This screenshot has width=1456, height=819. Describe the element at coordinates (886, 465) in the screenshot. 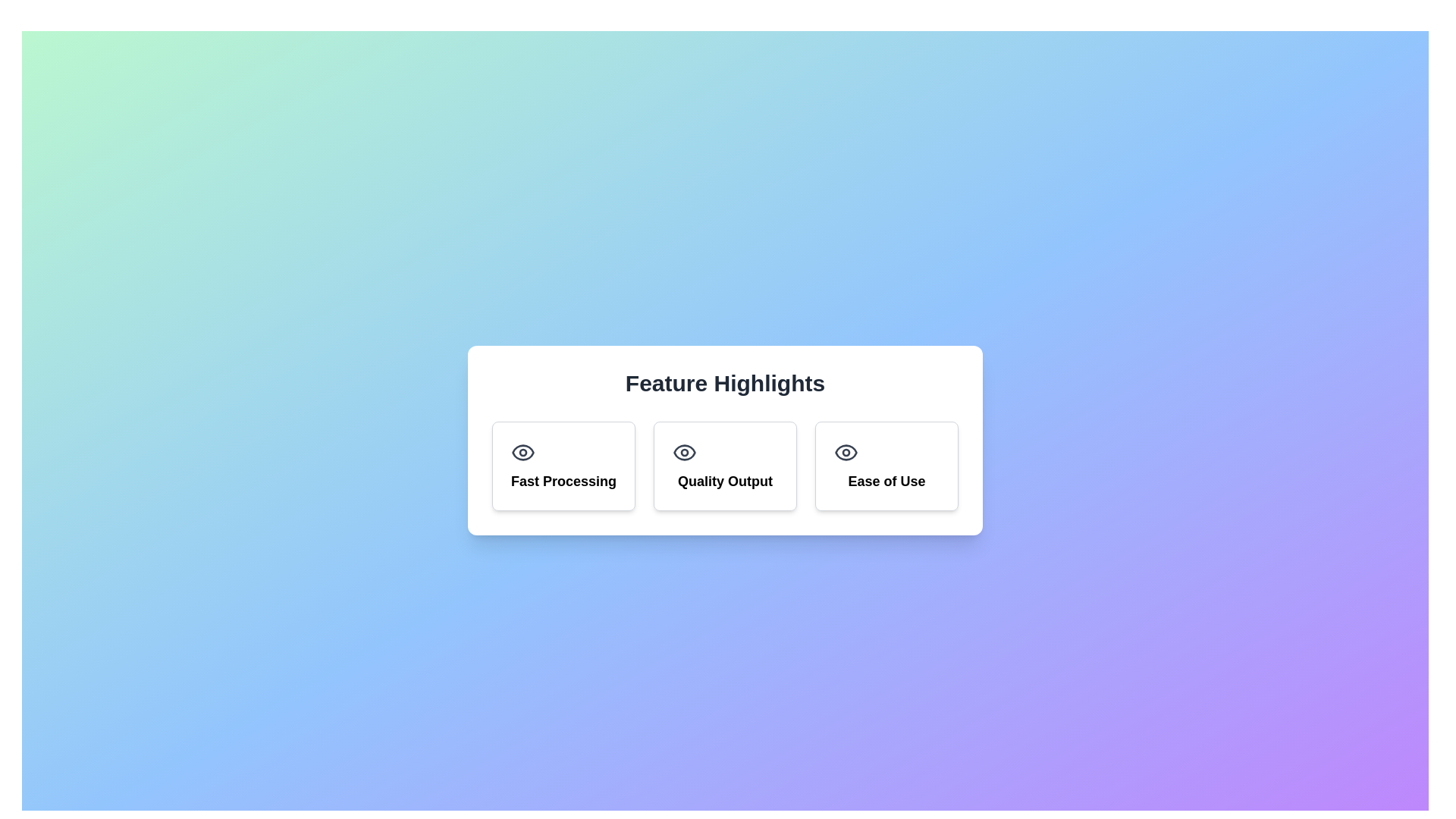

I see `the Interactive Card that emphasizes the 'Ease of Use' feature, located as the third item in a row of three cards in the center-right region of the grid` at that location.